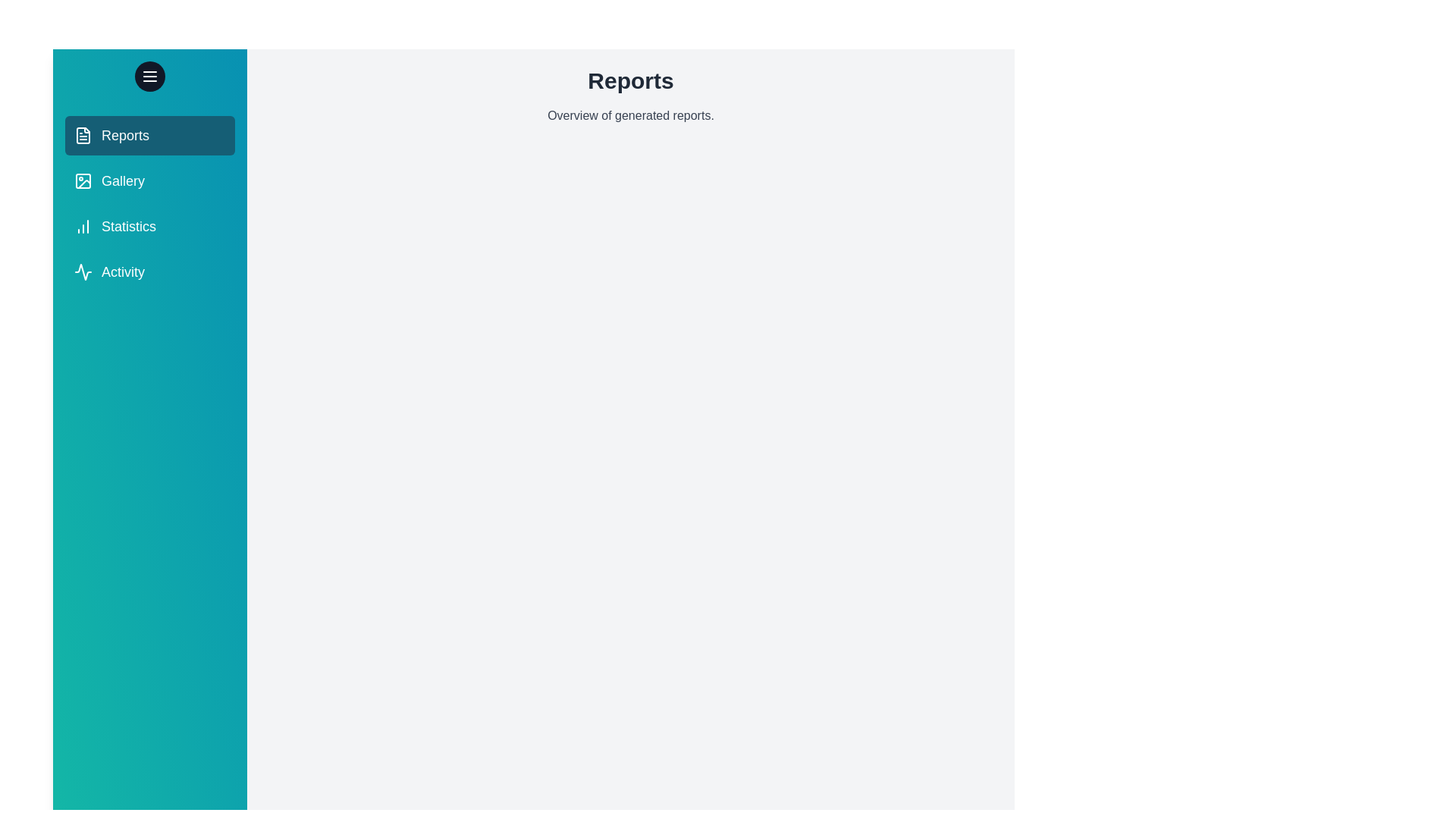 The image size is (1456, 819). Describe the element at coordinates (149, 134) in the screenshot. I see `the tab labeled Reports from the drawer menu` at that location.